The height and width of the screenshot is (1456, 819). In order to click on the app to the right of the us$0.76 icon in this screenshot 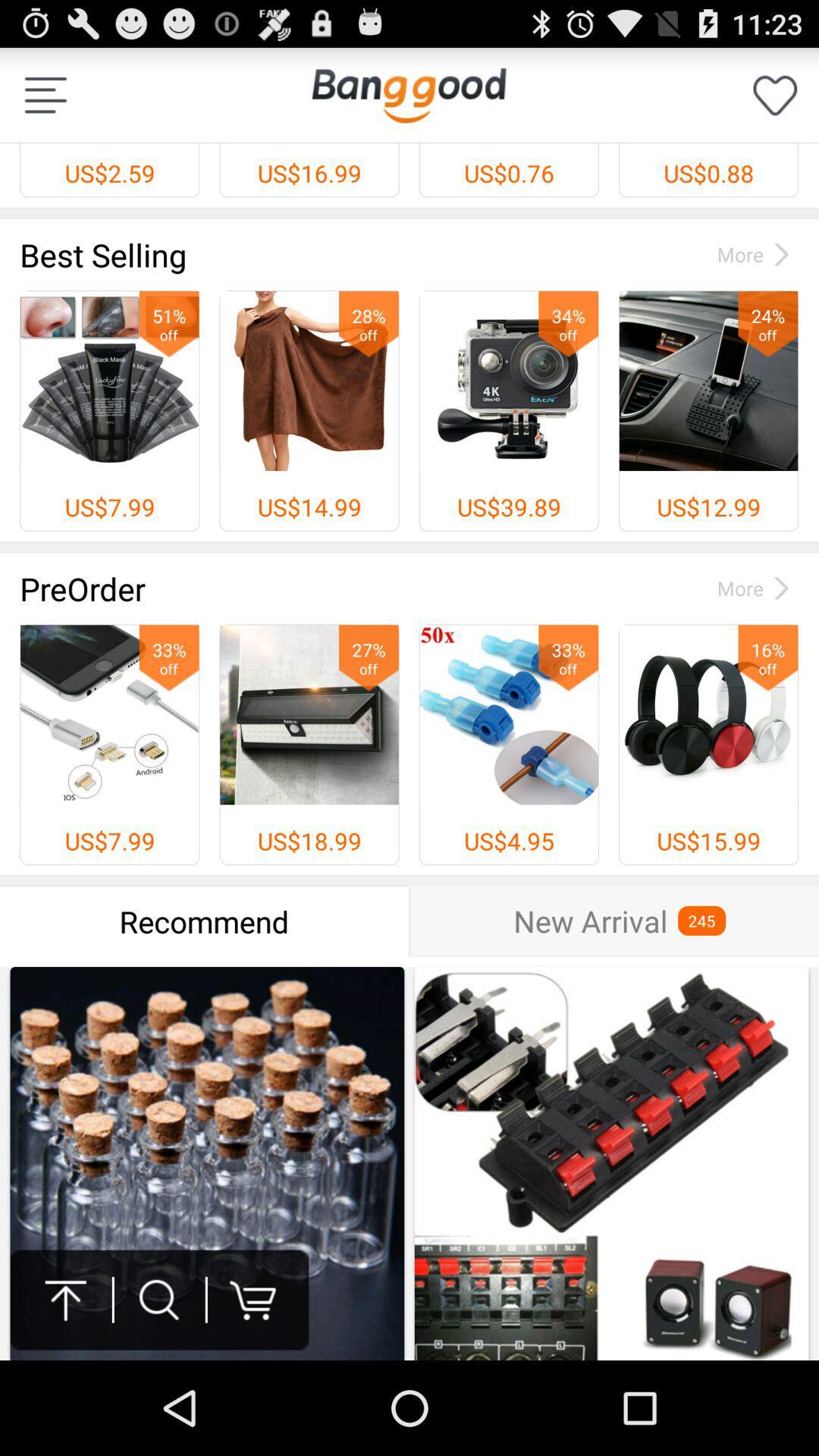, I will do `click(775, 94)`.